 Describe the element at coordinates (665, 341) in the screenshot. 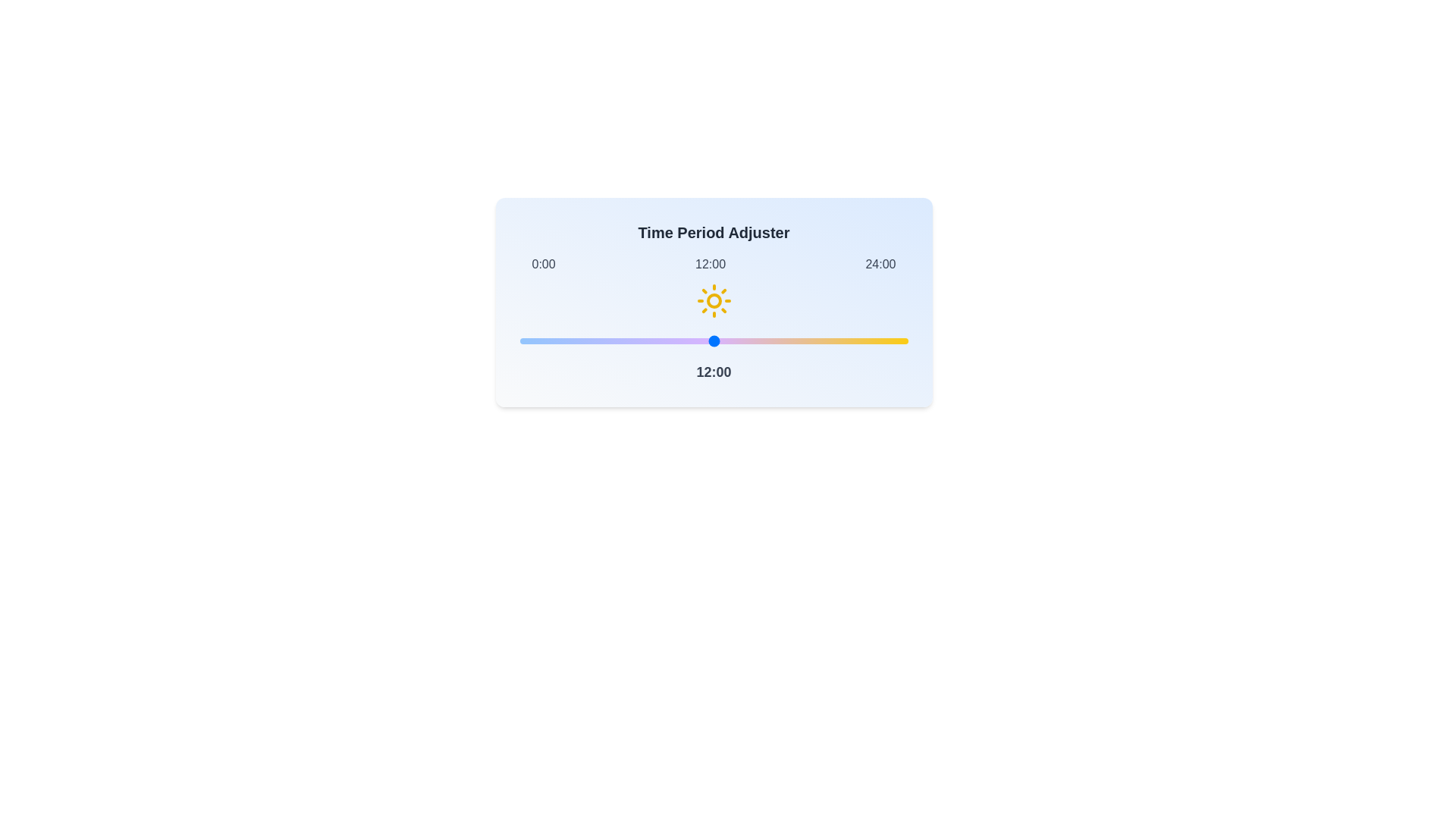

I see `the time slider to set the time to 9 hours` at that location.